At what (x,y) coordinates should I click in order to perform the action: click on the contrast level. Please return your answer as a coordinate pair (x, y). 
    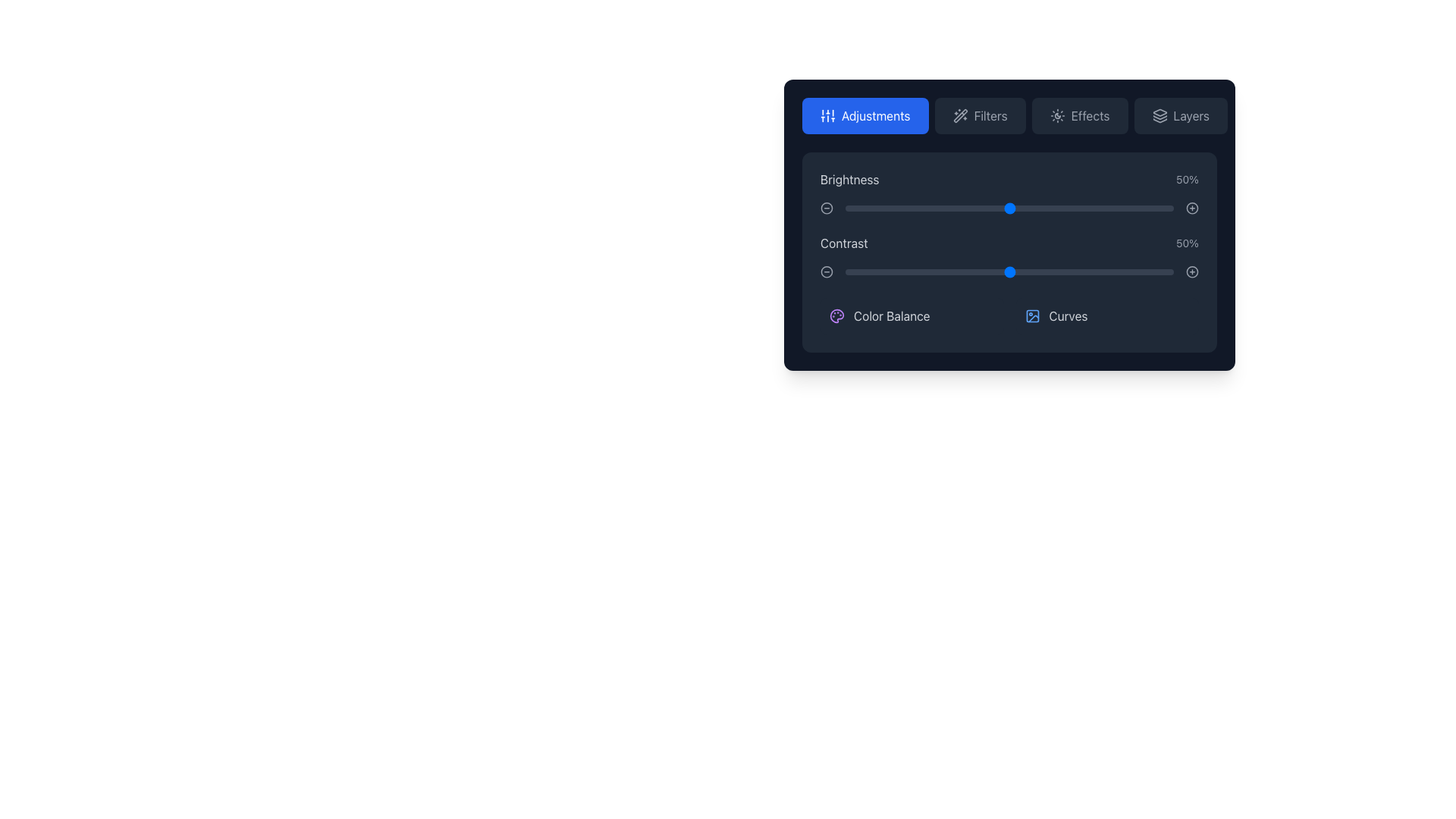
    Looking at the image, I should click on (987, 271).